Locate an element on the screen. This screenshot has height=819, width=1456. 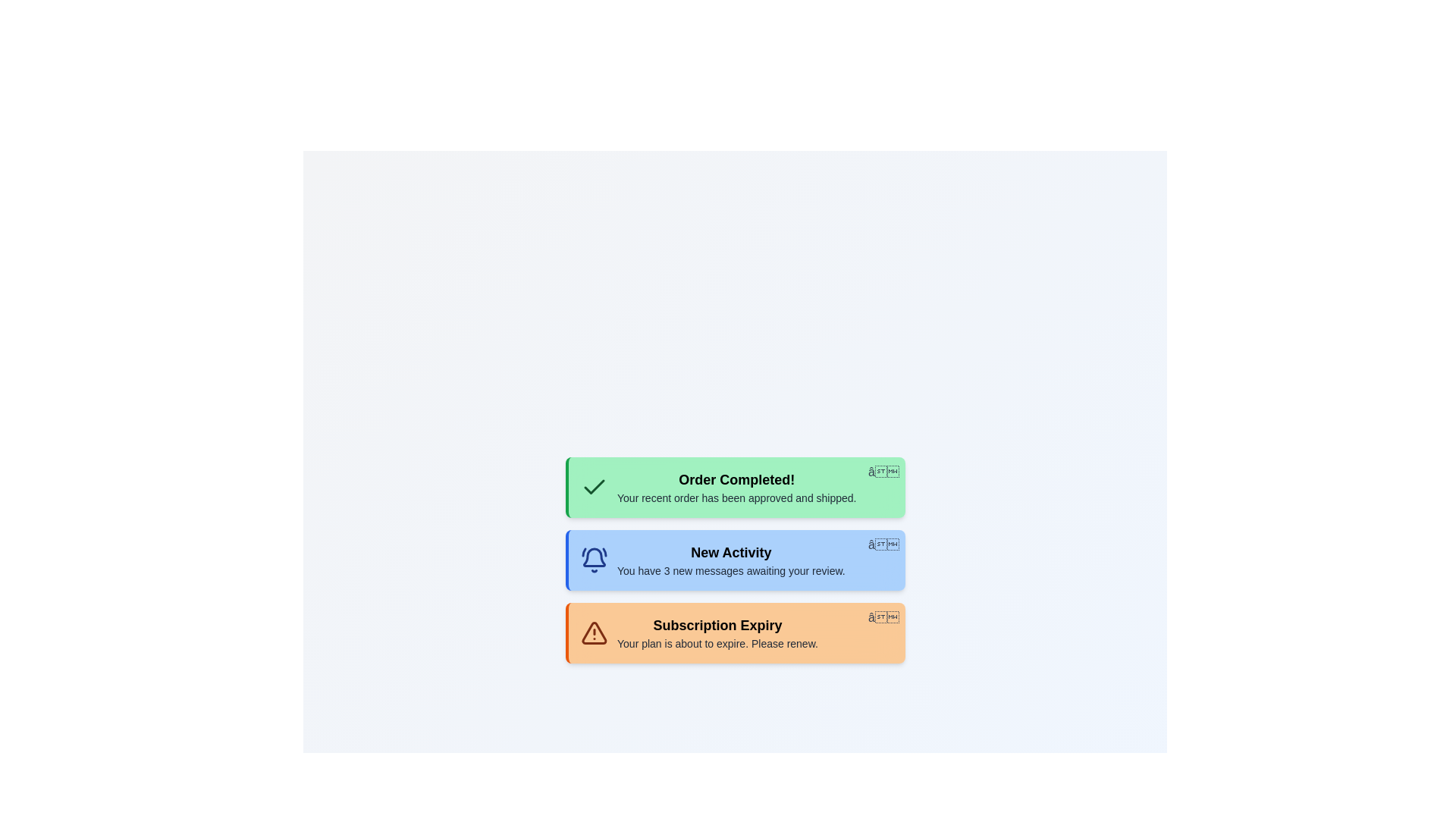
the close button of the alert with ID 103 is located at coordinates (883, 617).